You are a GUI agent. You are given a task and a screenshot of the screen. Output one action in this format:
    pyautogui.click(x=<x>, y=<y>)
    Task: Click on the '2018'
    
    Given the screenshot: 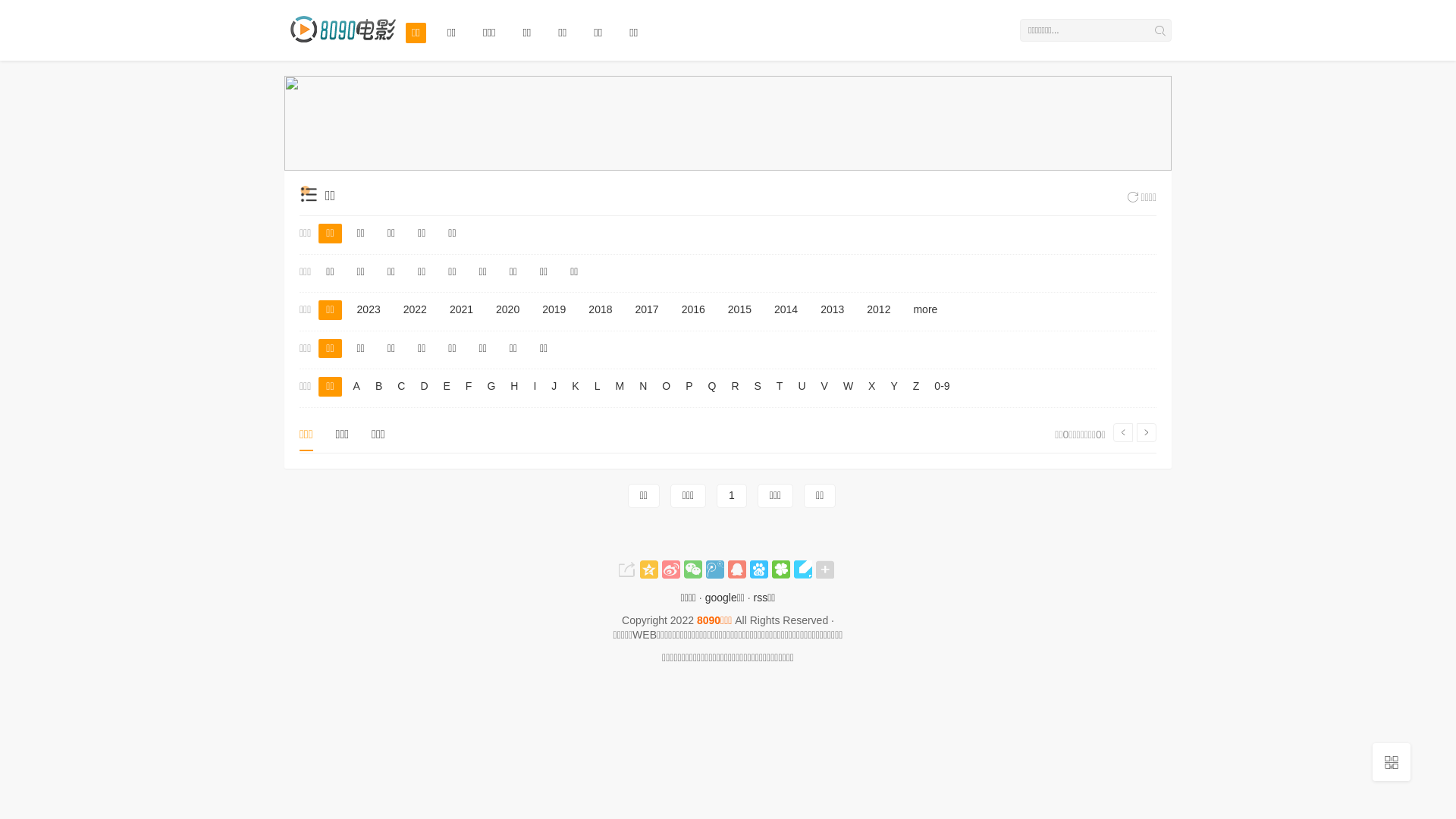 What is the action you would take?
    pyautogui.click(x=599, y=309)
    